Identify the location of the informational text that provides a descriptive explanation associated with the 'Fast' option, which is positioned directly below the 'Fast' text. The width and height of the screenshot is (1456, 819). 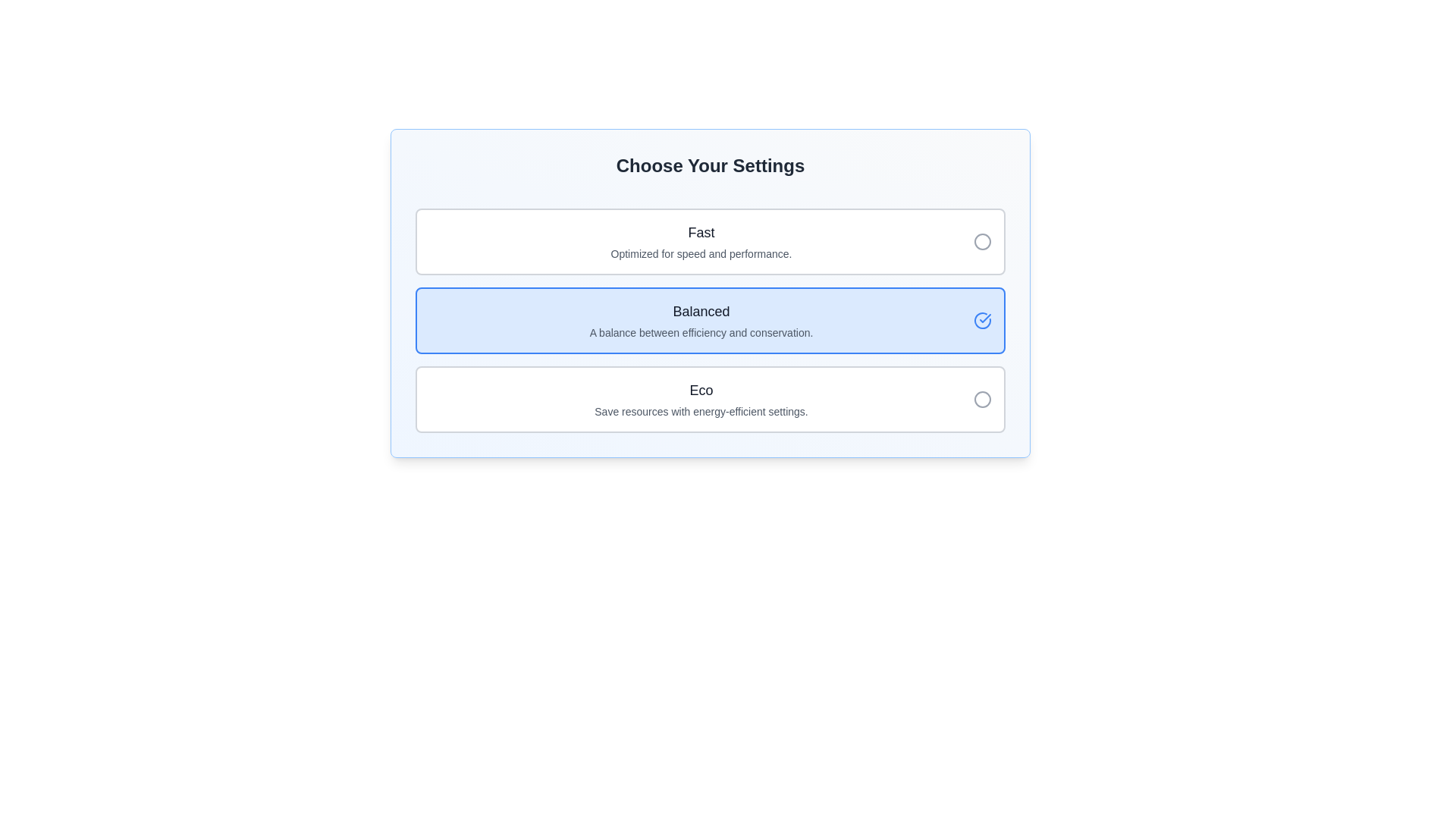
(701, 253).